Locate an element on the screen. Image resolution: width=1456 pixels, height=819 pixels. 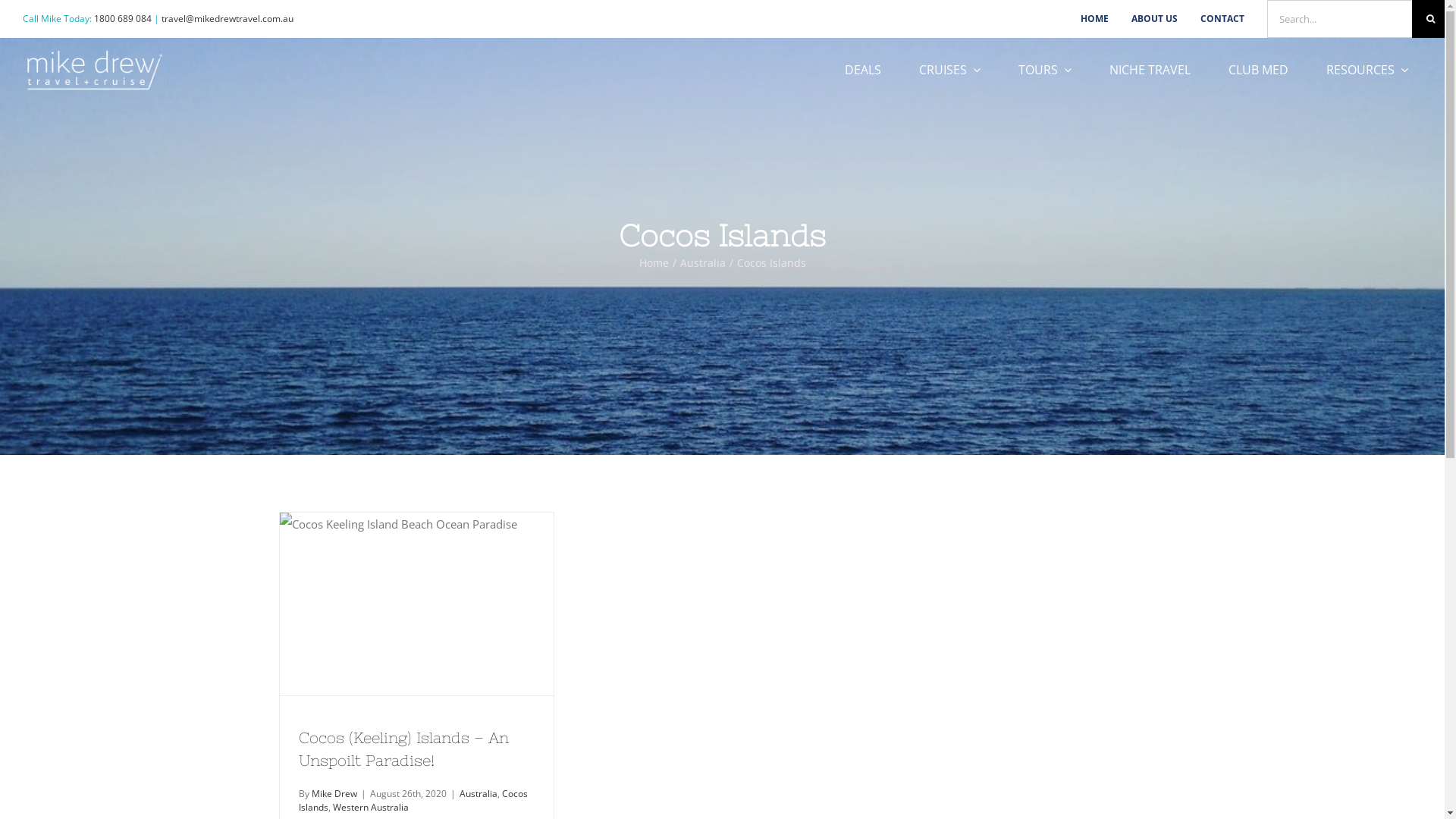
'HOME' is located at coordinates (1094, 18).